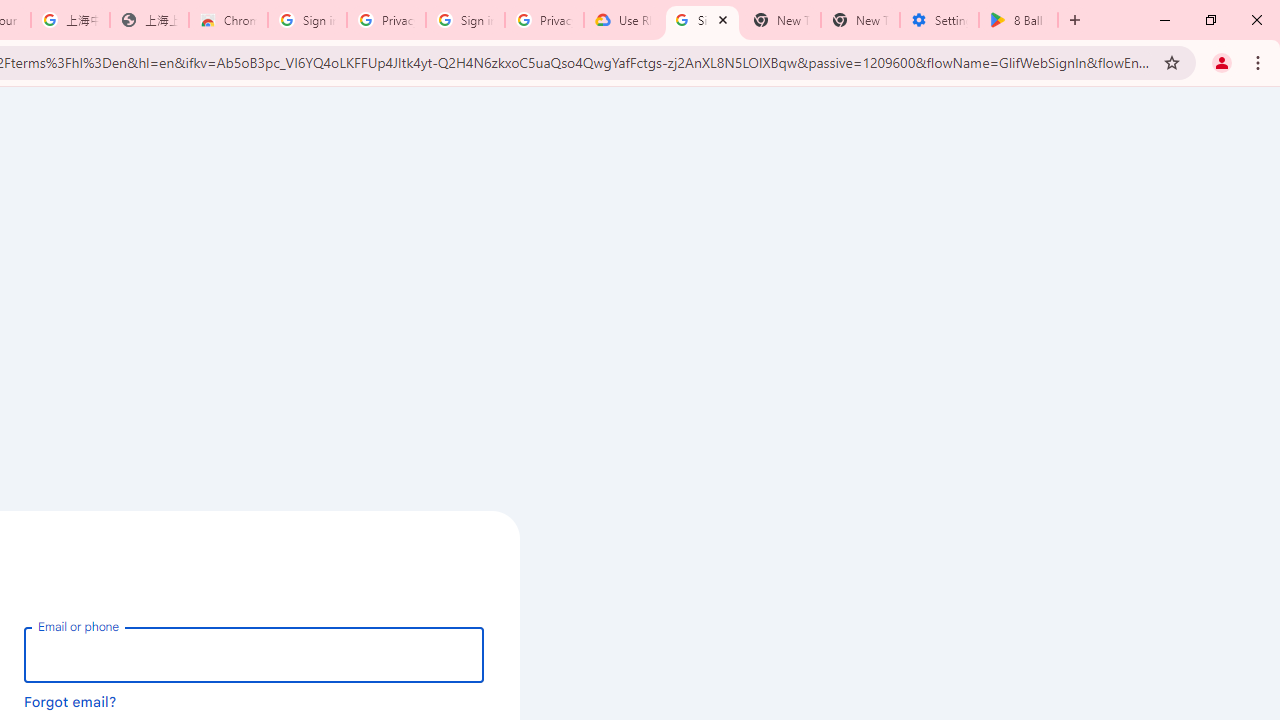 This screenshot has height=720, width=1280. Describe the element at coordinates (70, 700) in the screenshot. I see `'Forgot email?'` at that location.